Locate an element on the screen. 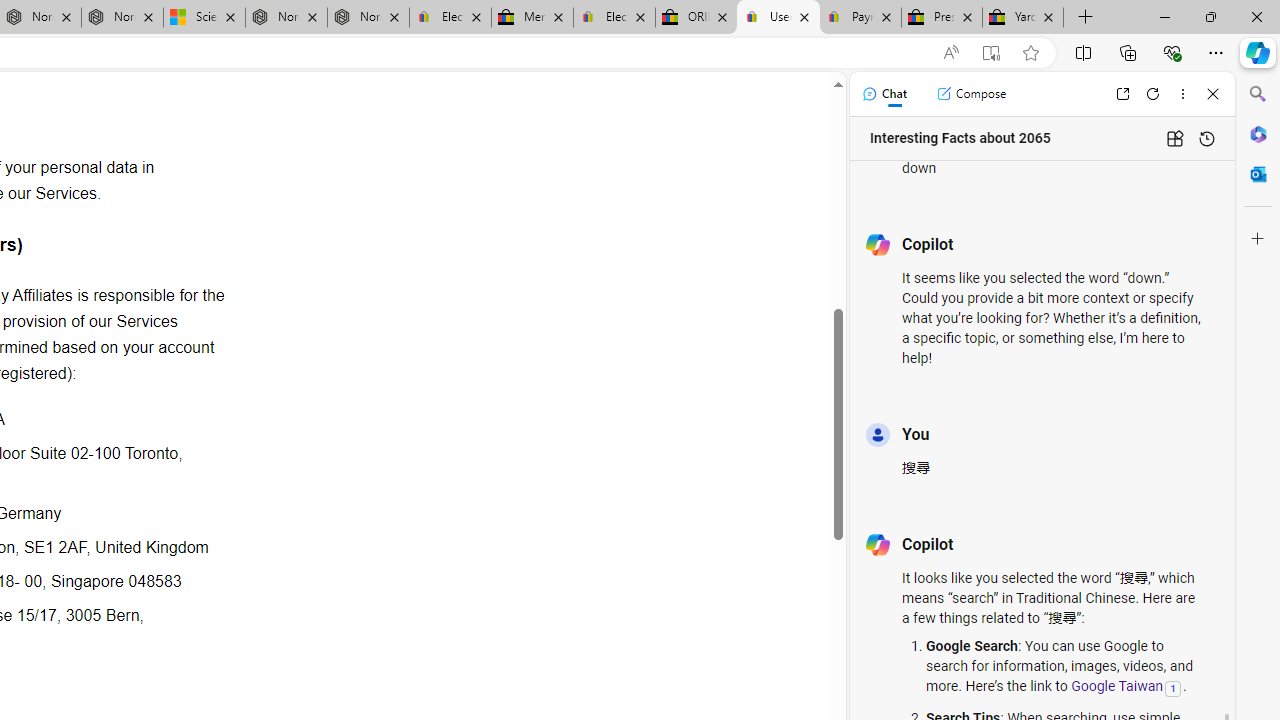 Image resolution: width=1280 pixels, height=720 pixels. 'Browser essentials' is located at coordinates (1171, 51).